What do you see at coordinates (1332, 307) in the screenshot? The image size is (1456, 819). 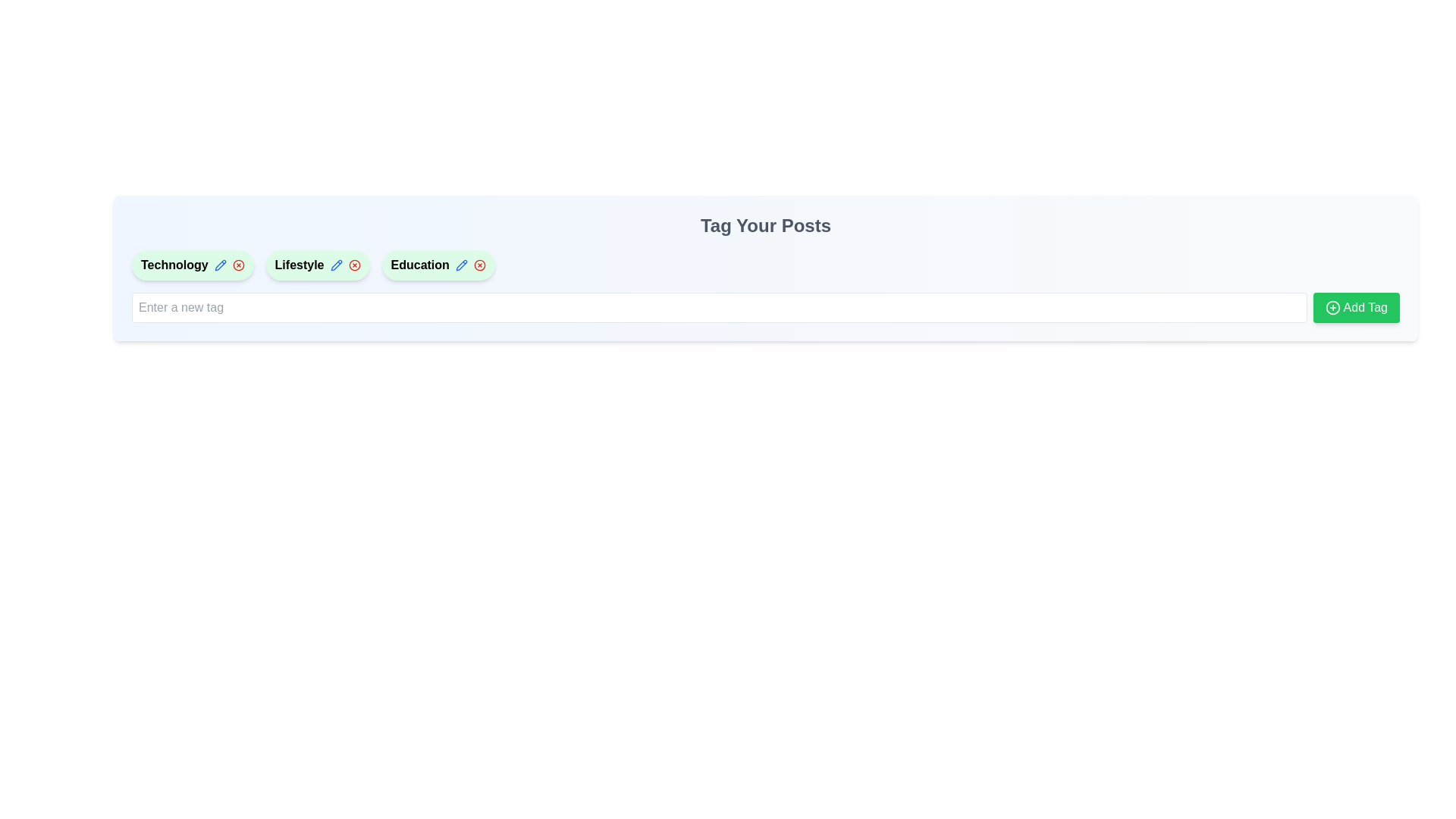 I see `the circular plus symbol icon that indicates the ability to add new tags, located within the 'Add Tag' button in the bottom-right area of the interface` at bounding box center [1332, 307].